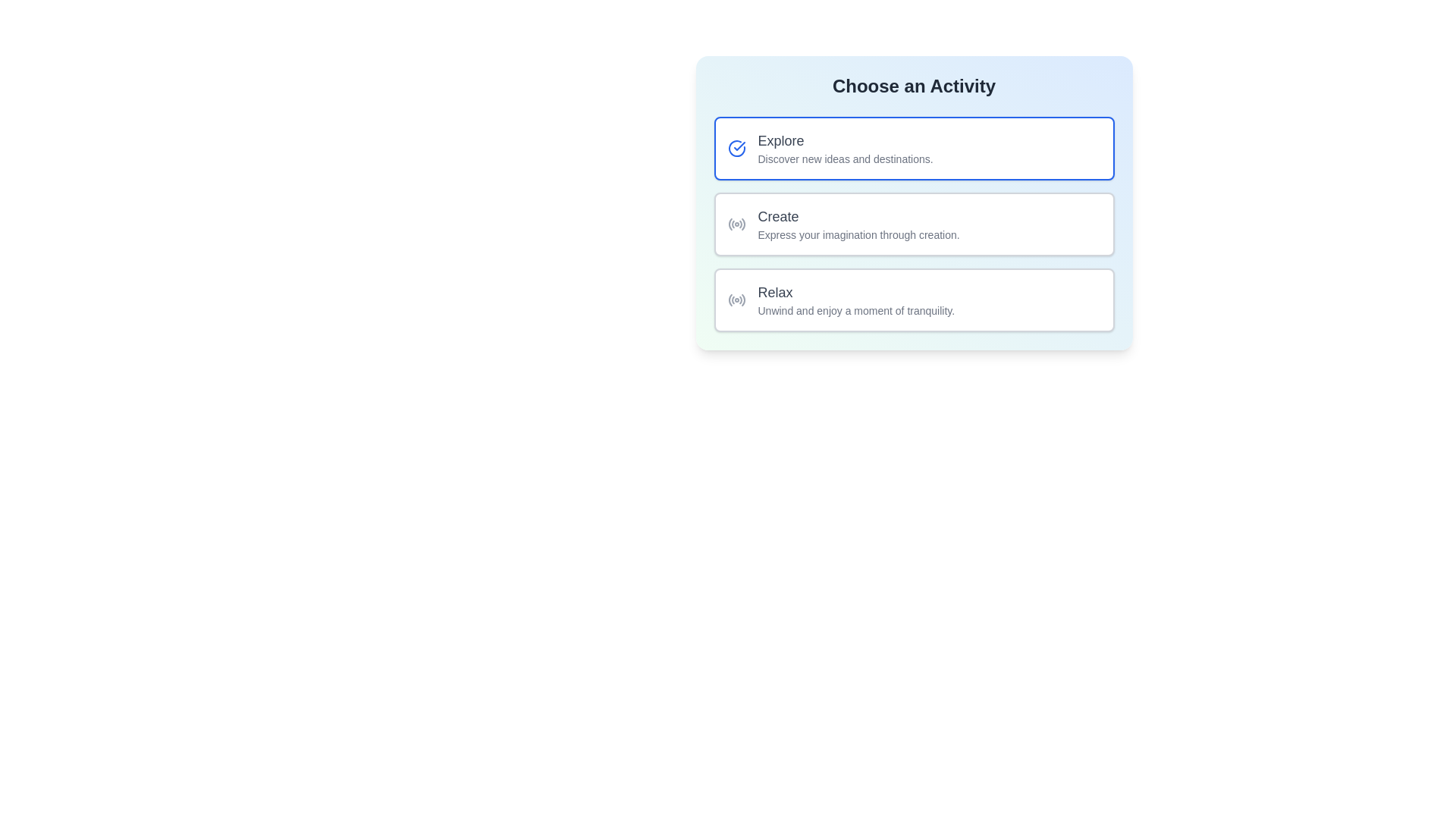 This screenshot has height=819, width=1456. Describe the element at coordinates (858, 224) in the screenshot. I see `text content of the text label titled 'Create' located within a card layout, positioned below the 'Explore' option and above the 'Relax' option in the vertical list` at that location.